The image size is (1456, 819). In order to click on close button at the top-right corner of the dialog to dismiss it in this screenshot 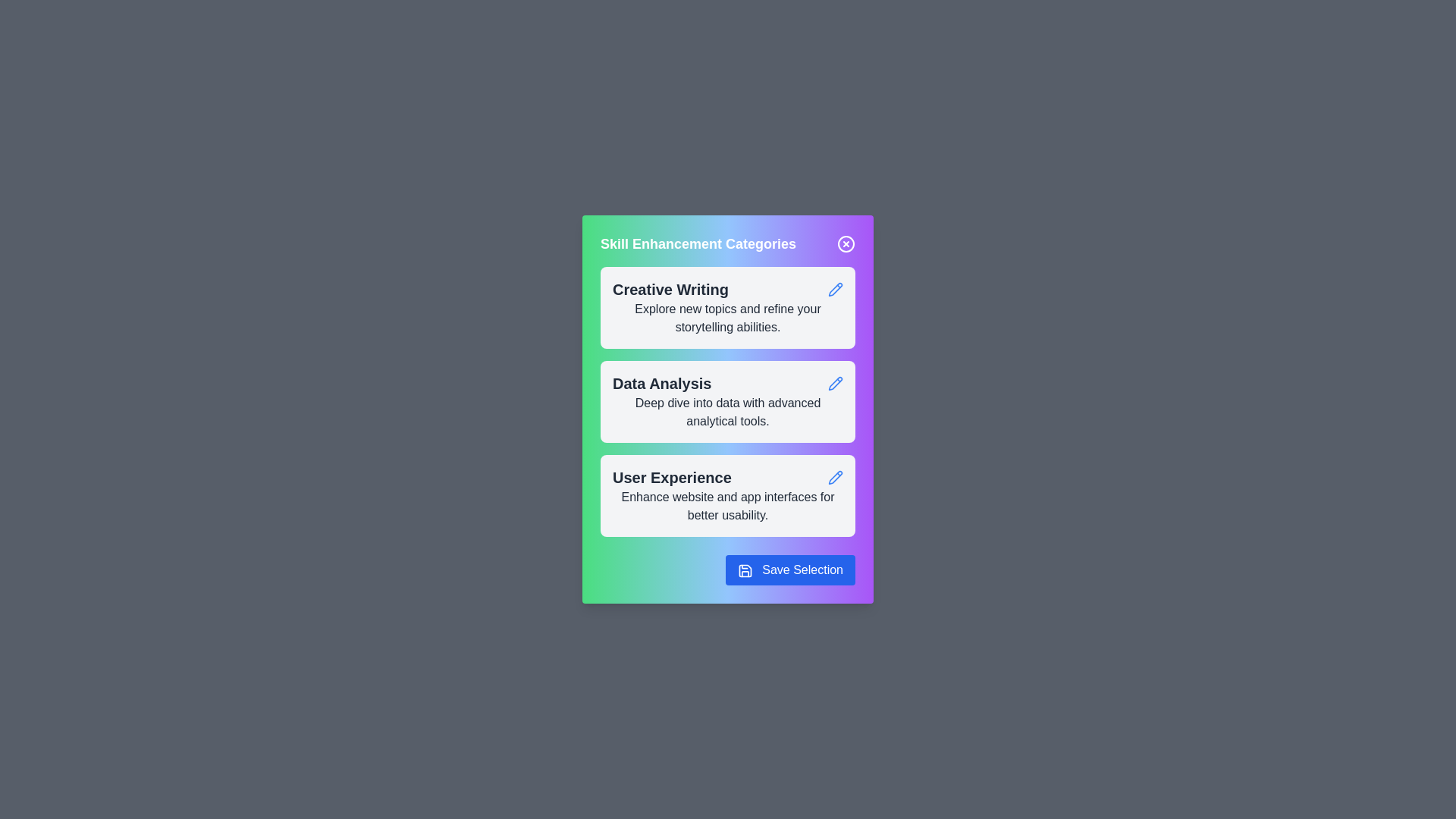, I will do `click(846, 243)`.